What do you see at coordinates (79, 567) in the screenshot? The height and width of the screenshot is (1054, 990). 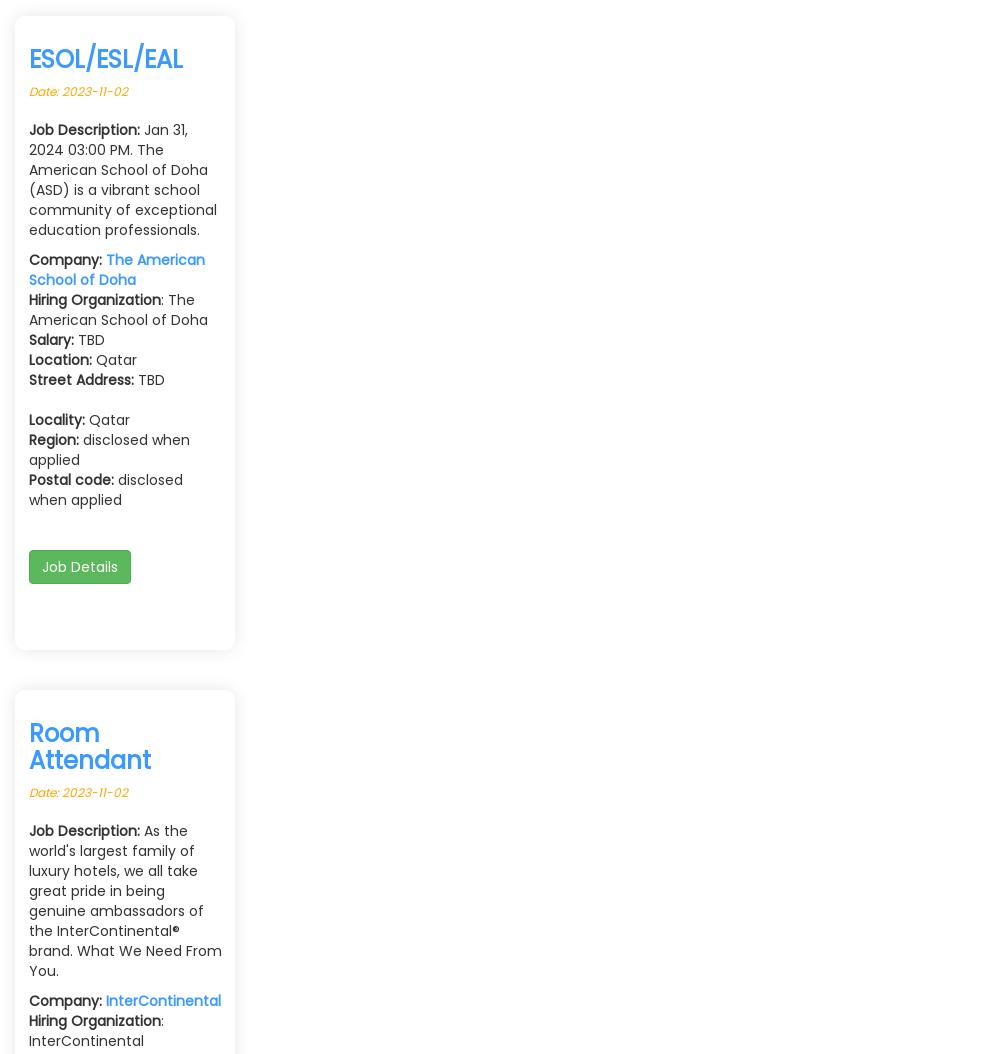 I see `'Job Details'` at bounding box center [79, 567].